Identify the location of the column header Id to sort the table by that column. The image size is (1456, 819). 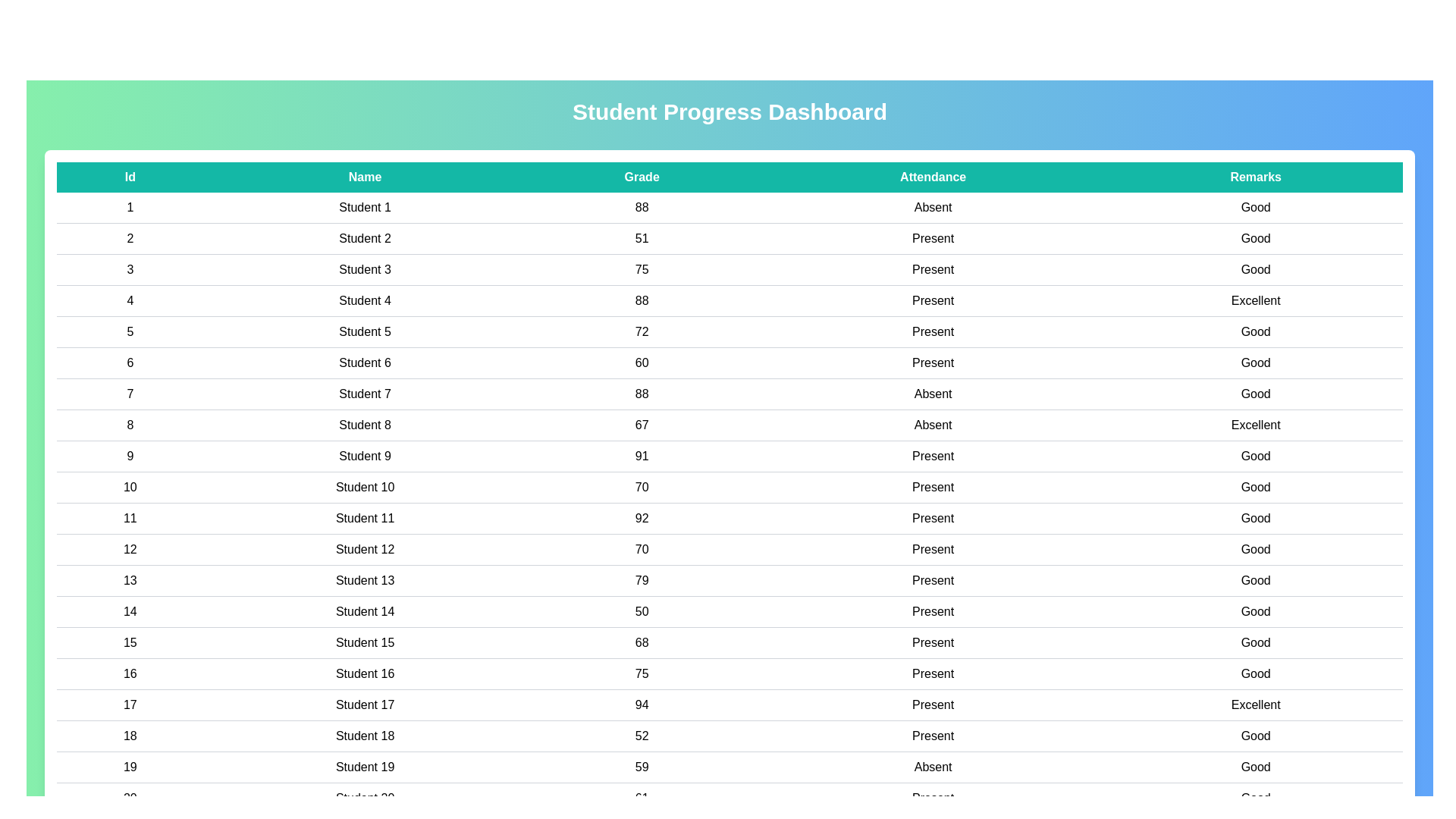
(130, 177).